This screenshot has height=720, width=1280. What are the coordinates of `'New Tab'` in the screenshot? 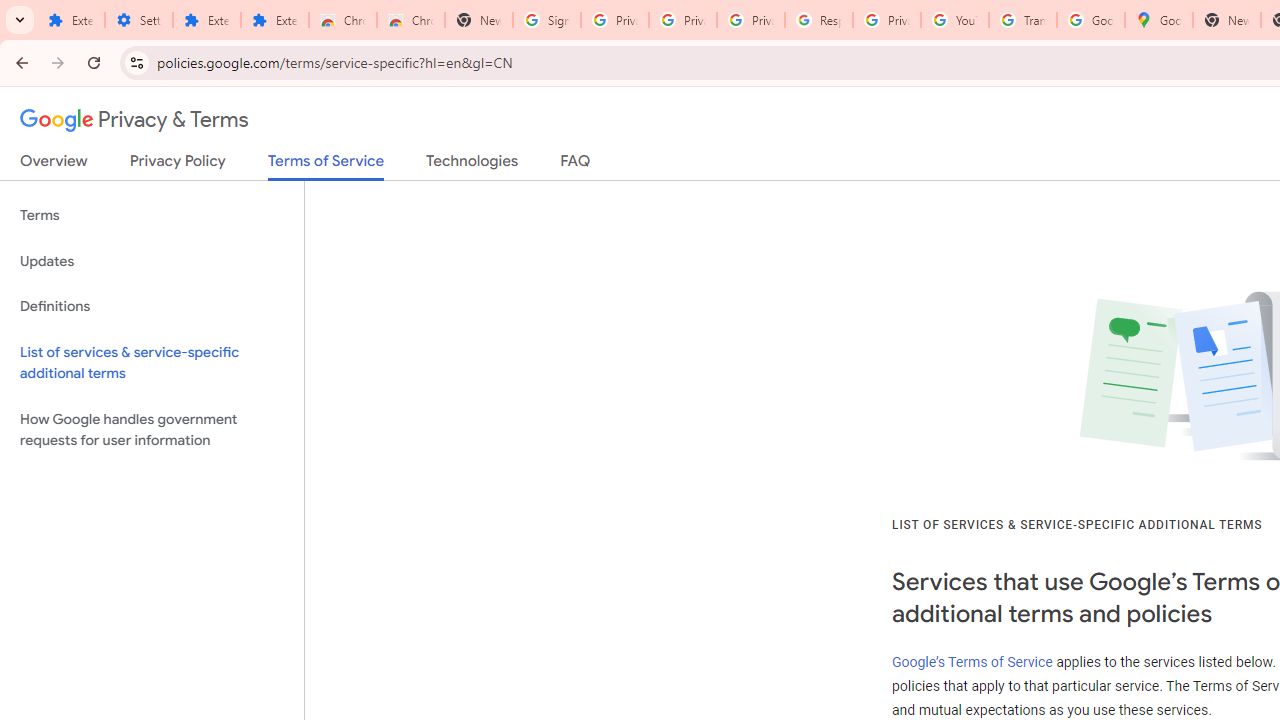 It's located at (478, 20).